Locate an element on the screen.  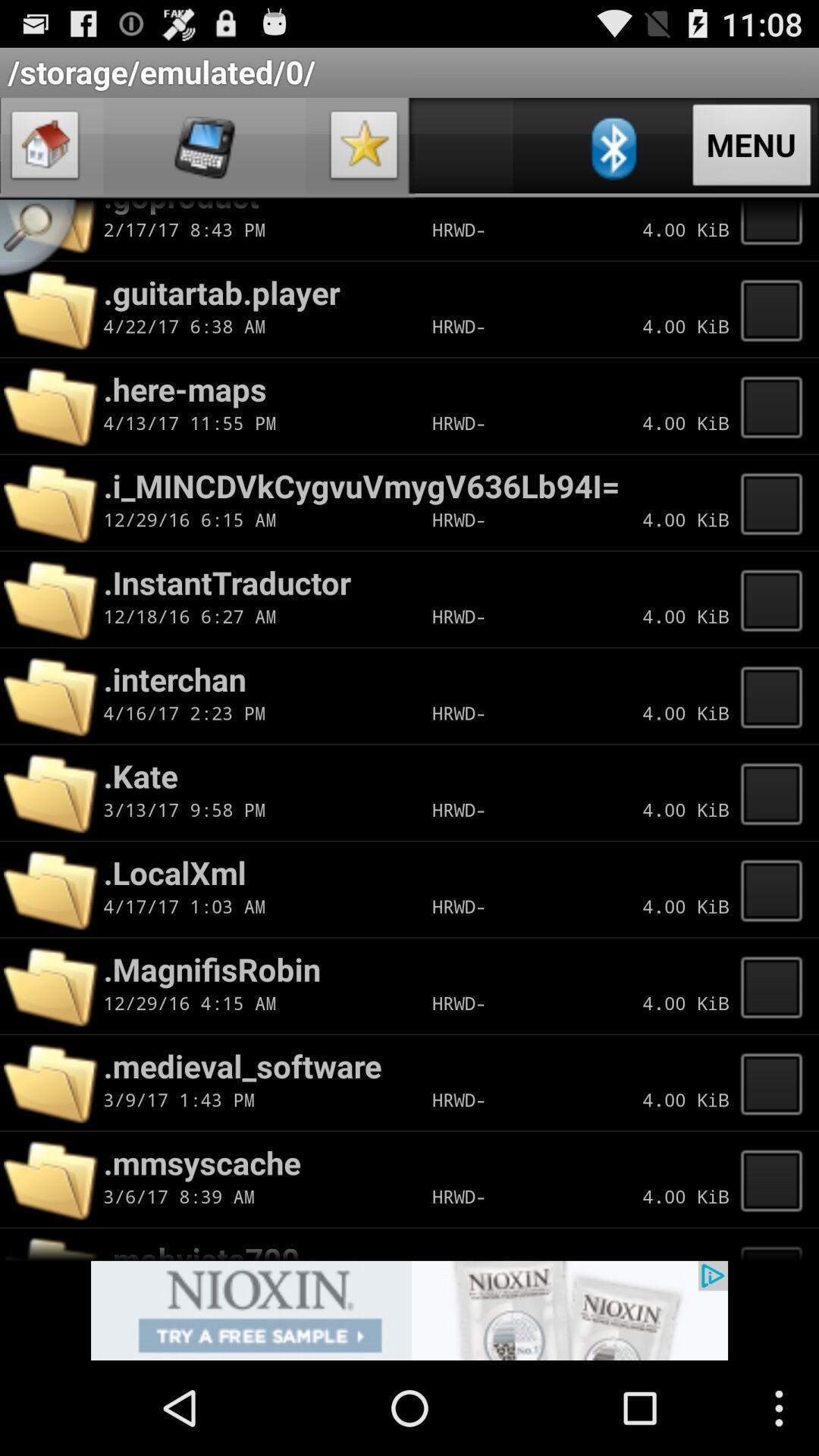
the here-maps folder is located at coordinates (776, 406).